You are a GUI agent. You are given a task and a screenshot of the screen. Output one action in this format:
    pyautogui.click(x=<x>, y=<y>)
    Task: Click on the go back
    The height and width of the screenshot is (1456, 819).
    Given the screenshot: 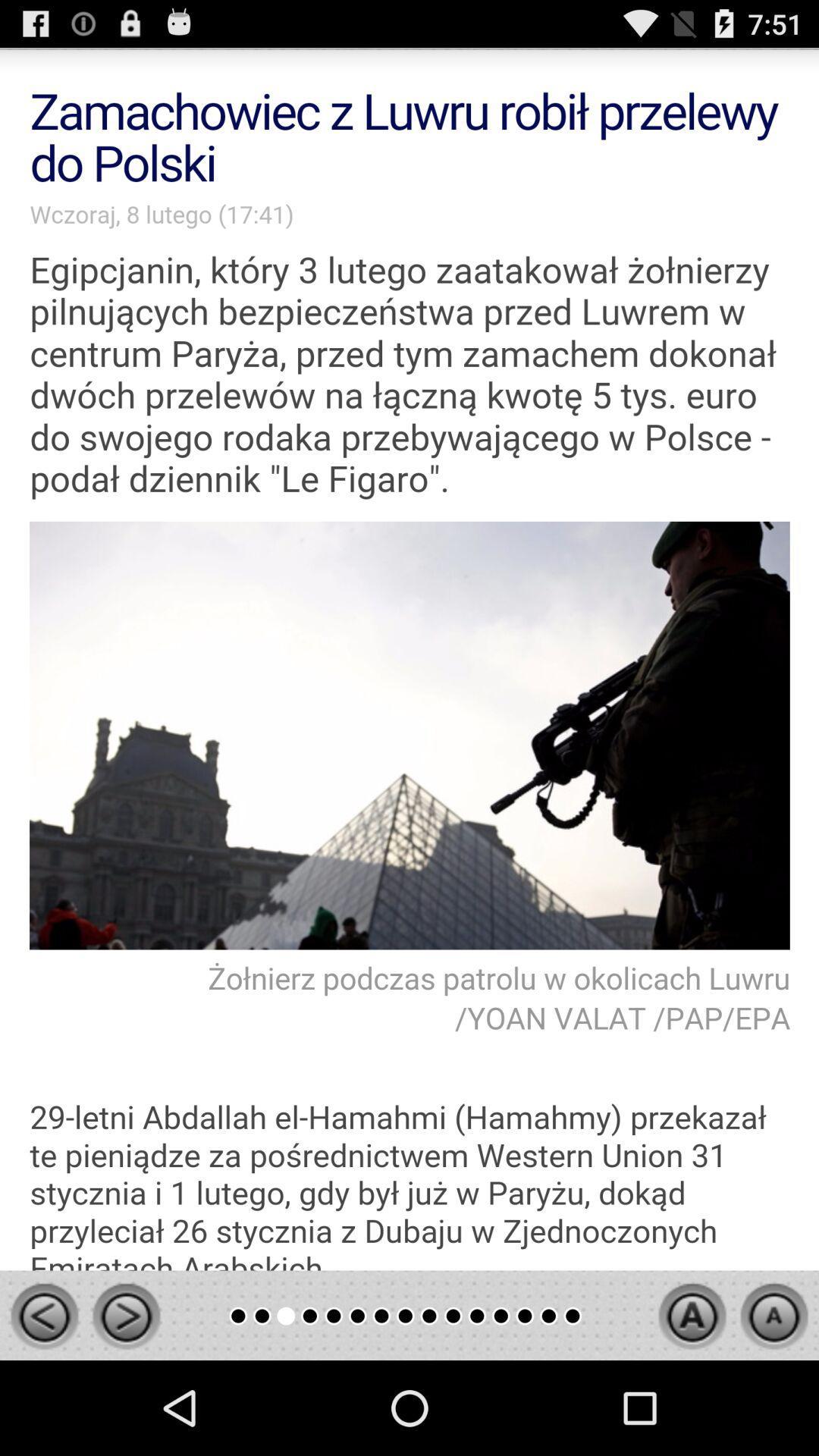 What is the action you would take?
    pyautogui.click(x=42, y=1316)
    